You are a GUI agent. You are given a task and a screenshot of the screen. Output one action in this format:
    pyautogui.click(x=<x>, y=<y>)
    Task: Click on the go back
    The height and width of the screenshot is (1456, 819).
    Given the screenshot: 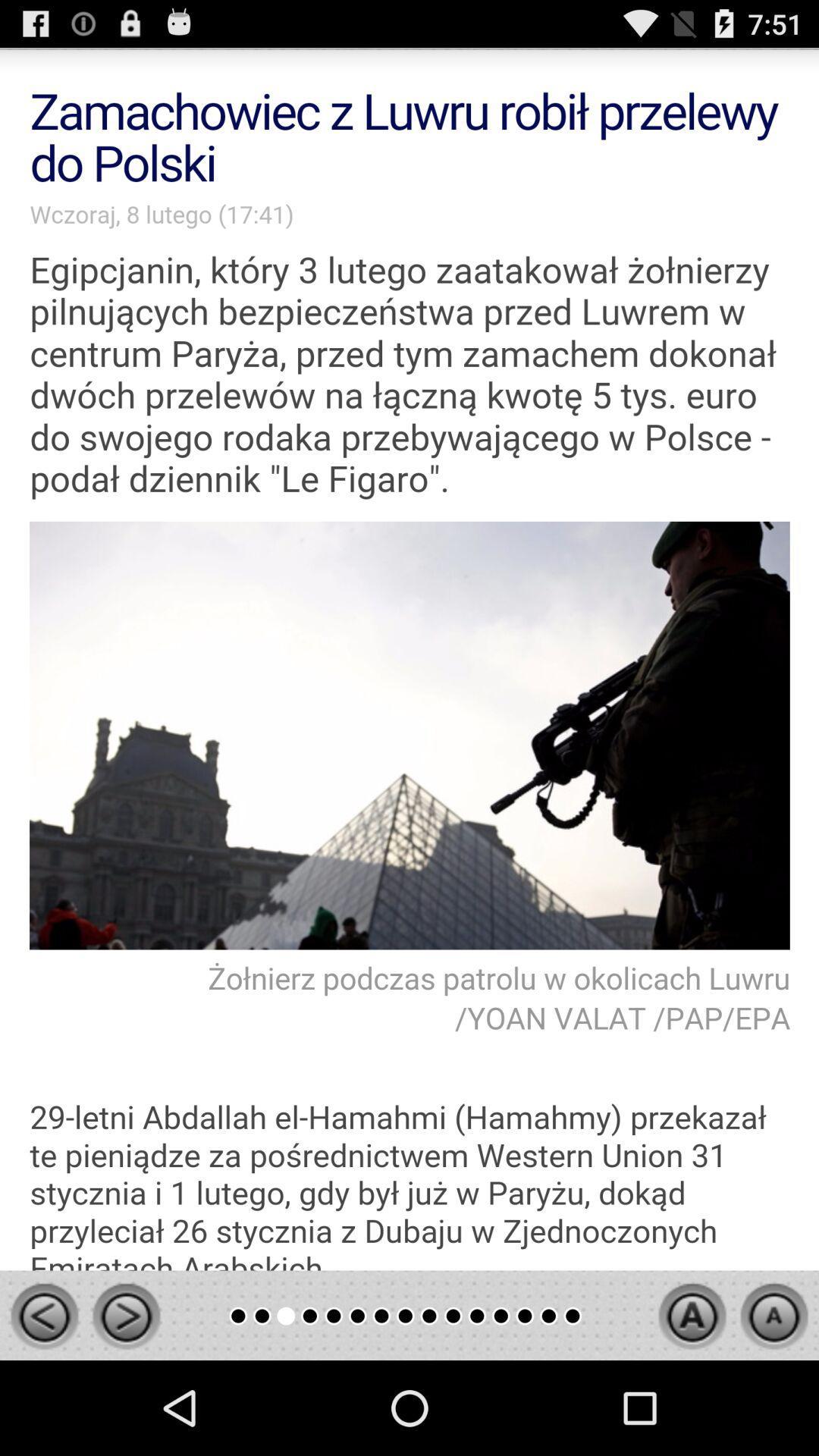 What is the action you would take?
    pyautogui.click(x=42, y=1316)
    